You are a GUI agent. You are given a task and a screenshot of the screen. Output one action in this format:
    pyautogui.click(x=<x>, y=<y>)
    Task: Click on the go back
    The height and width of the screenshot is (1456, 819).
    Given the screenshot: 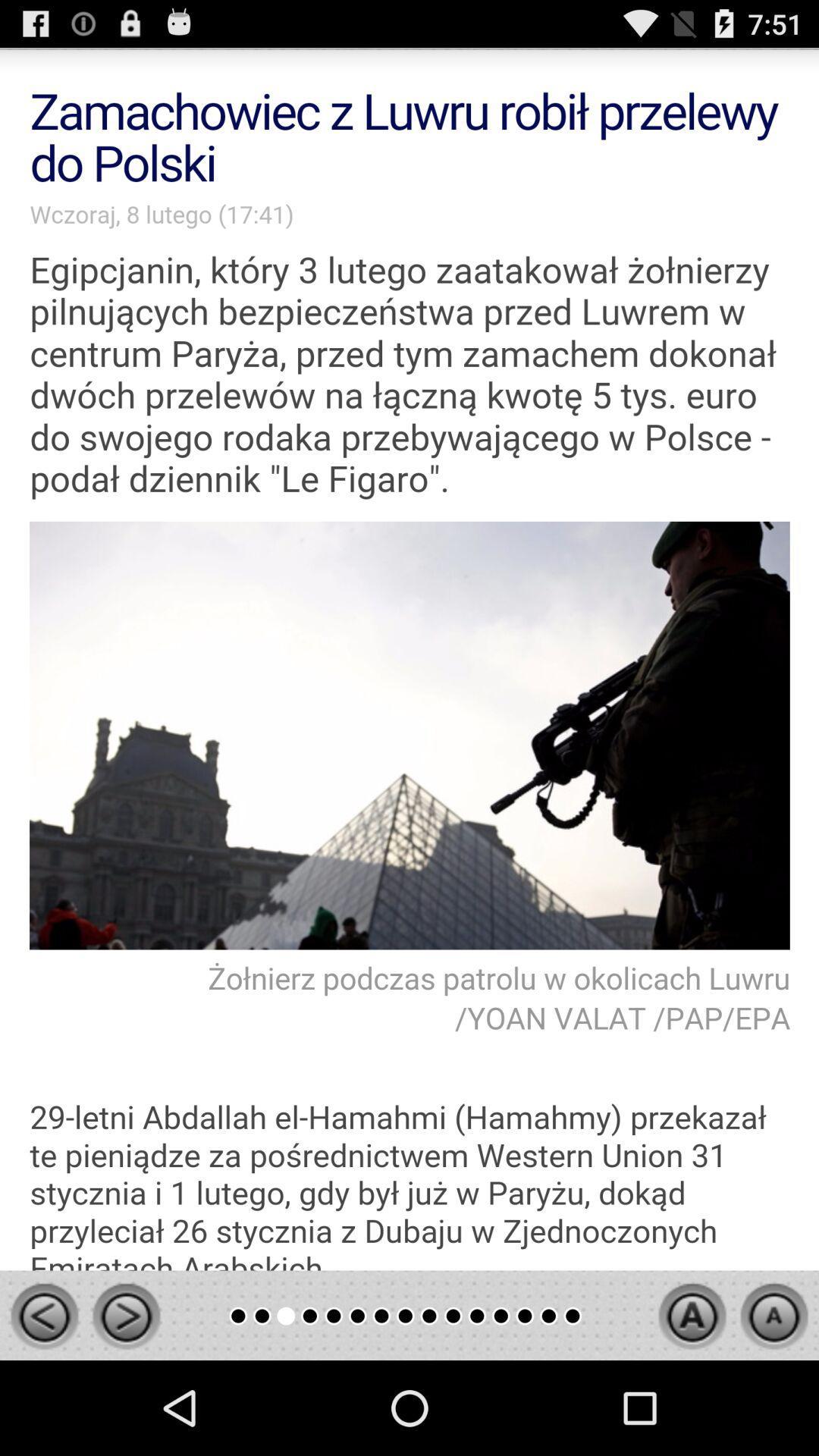 What is the action you would take?
    pyautogui.click(x=42, y=1316)
    